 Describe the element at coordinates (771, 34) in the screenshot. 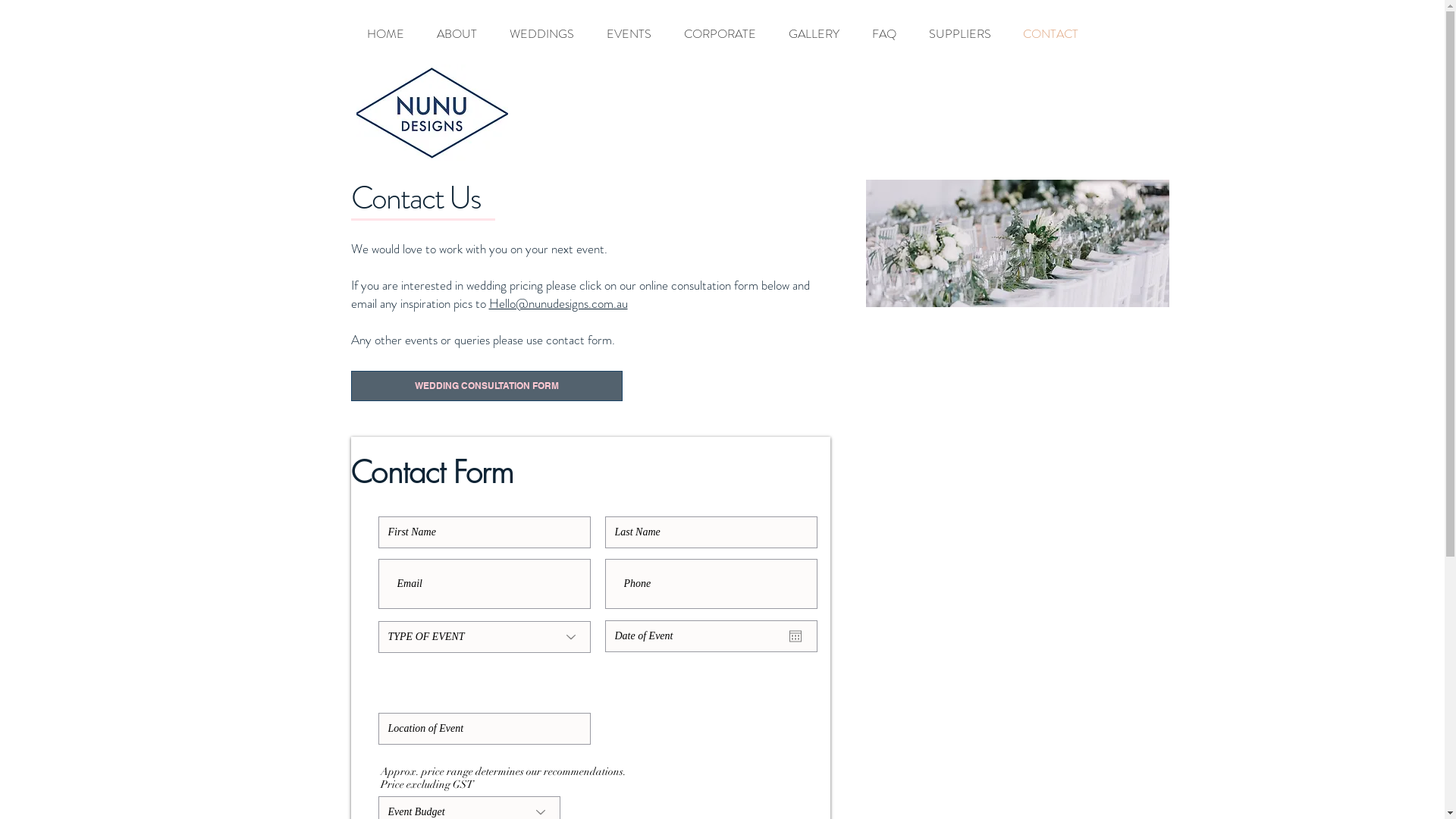

I see `'GALLERY'` at that location.